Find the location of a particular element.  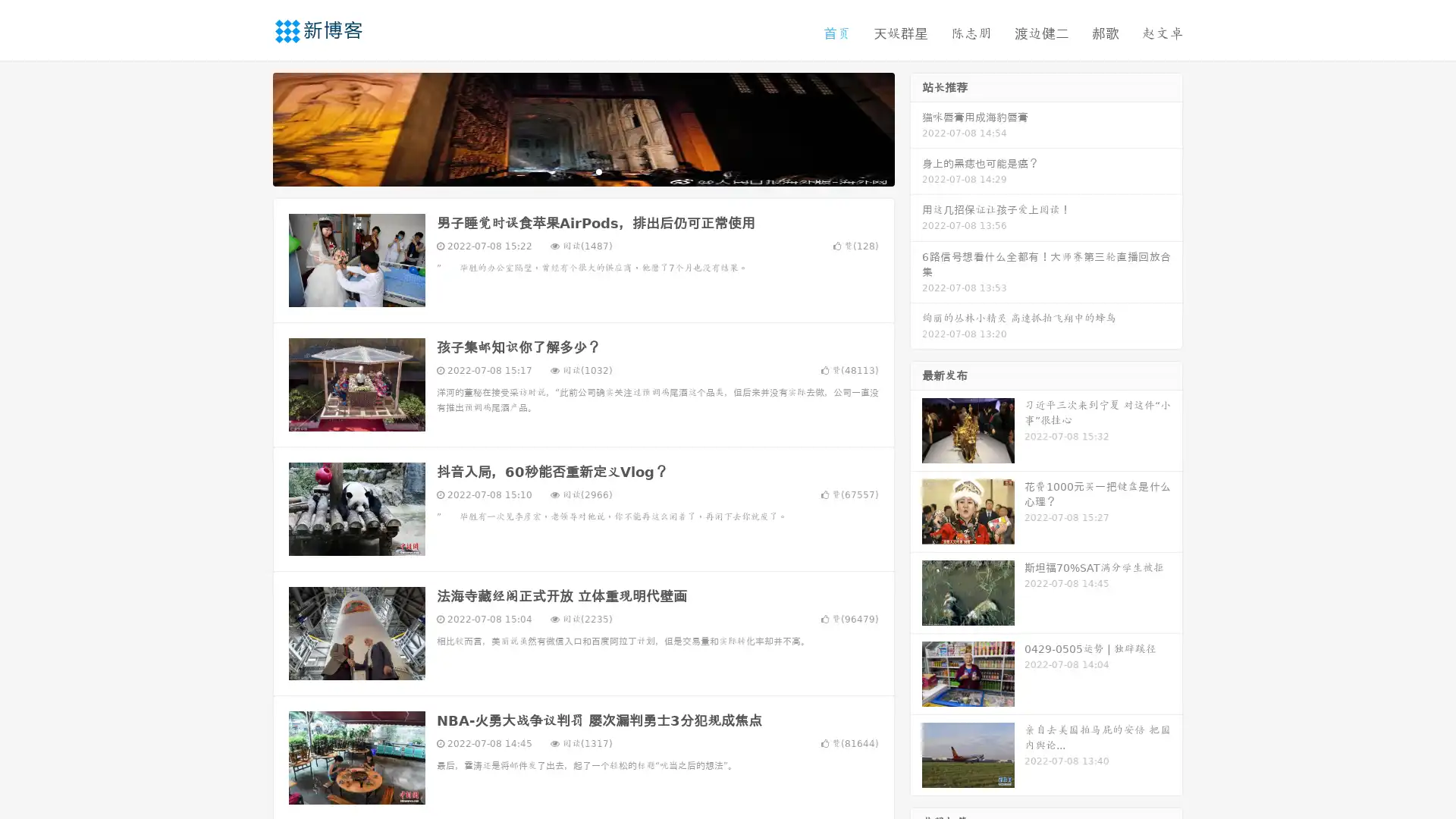

Next slide is located at coordinates (916, 127).